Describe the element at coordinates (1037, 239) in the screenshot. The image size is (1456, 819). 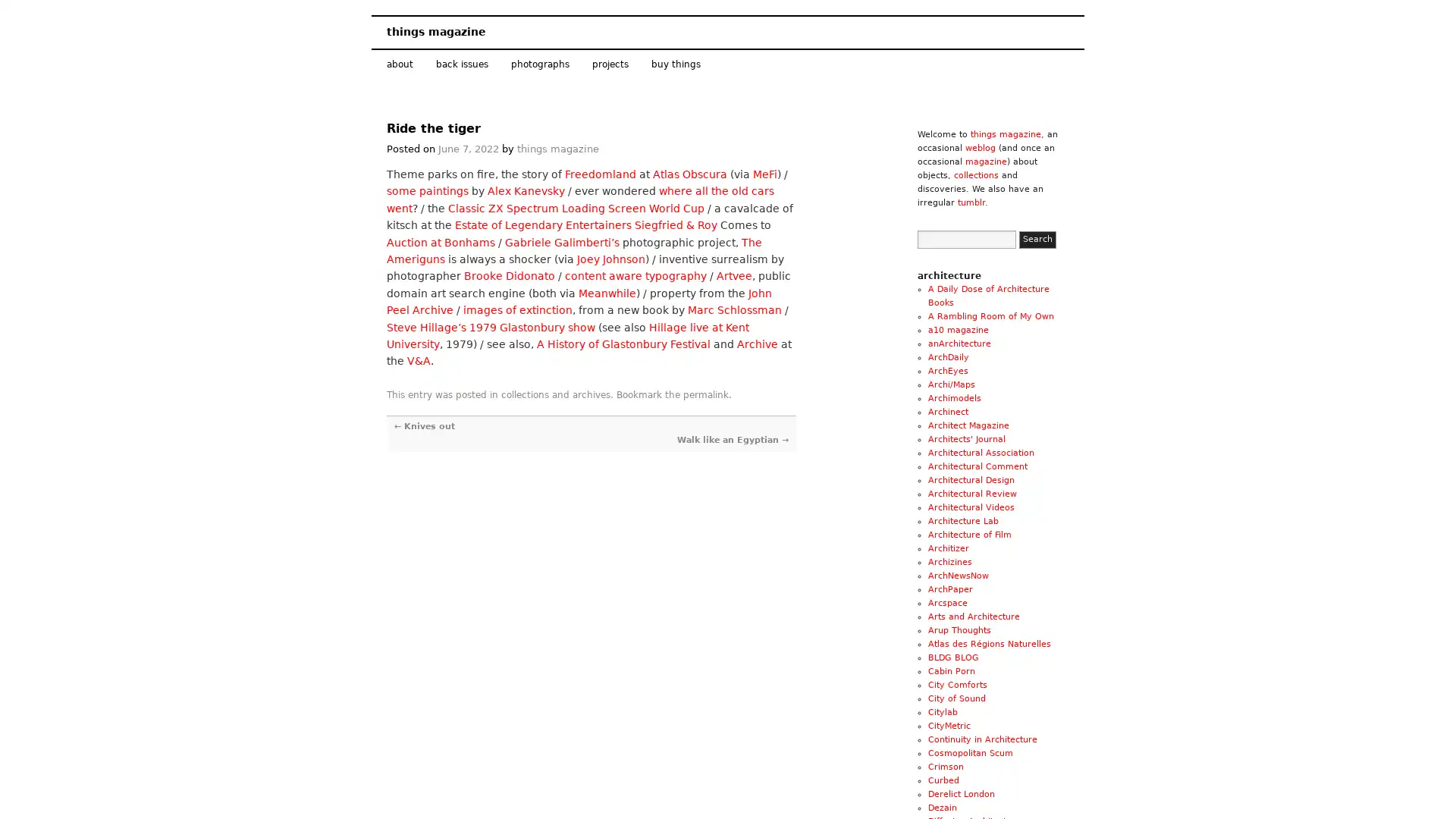
I see `Search` at that location.